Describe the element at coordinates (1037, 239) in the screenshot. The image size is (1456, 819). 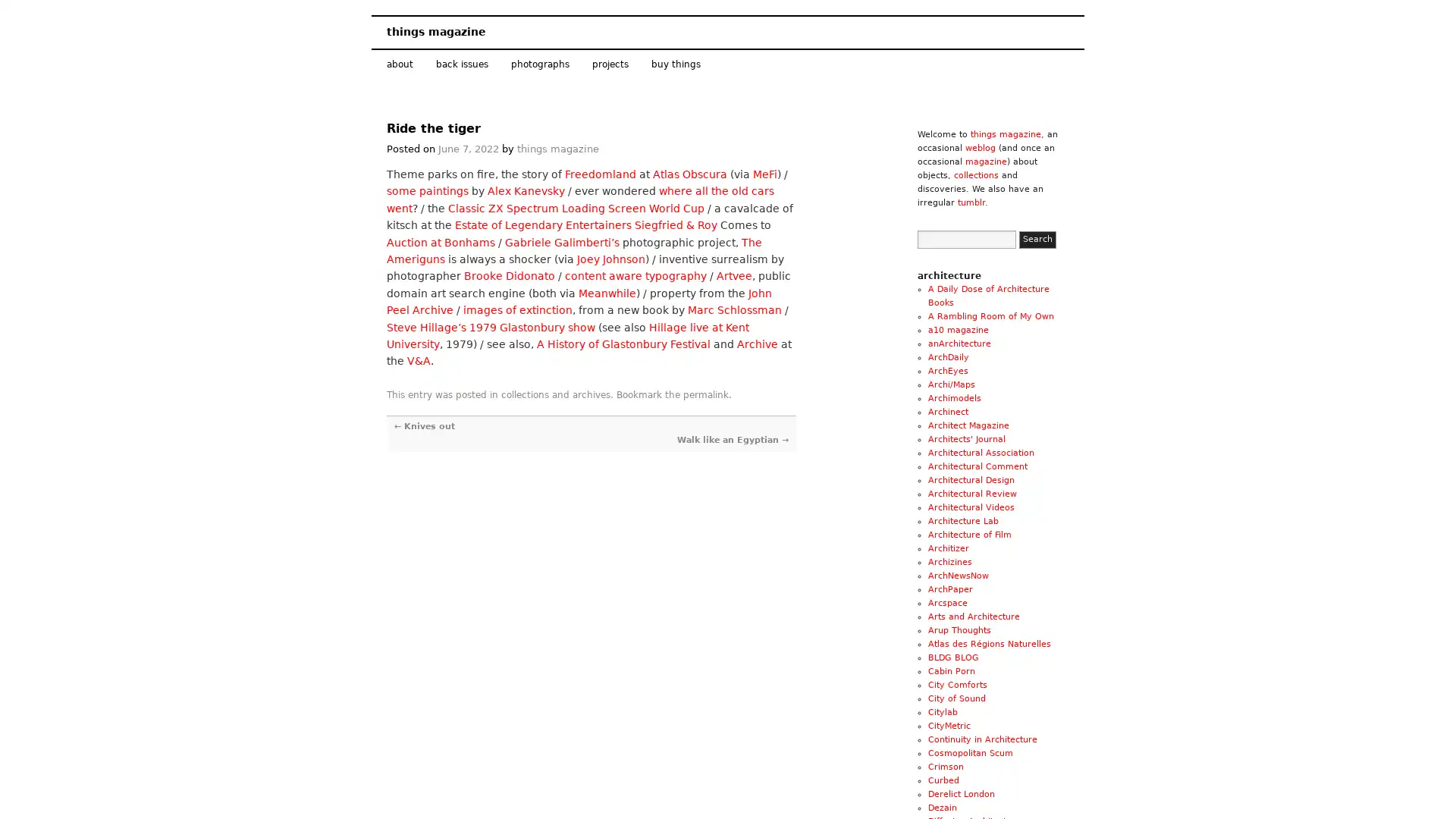
I see `Search` at that location.